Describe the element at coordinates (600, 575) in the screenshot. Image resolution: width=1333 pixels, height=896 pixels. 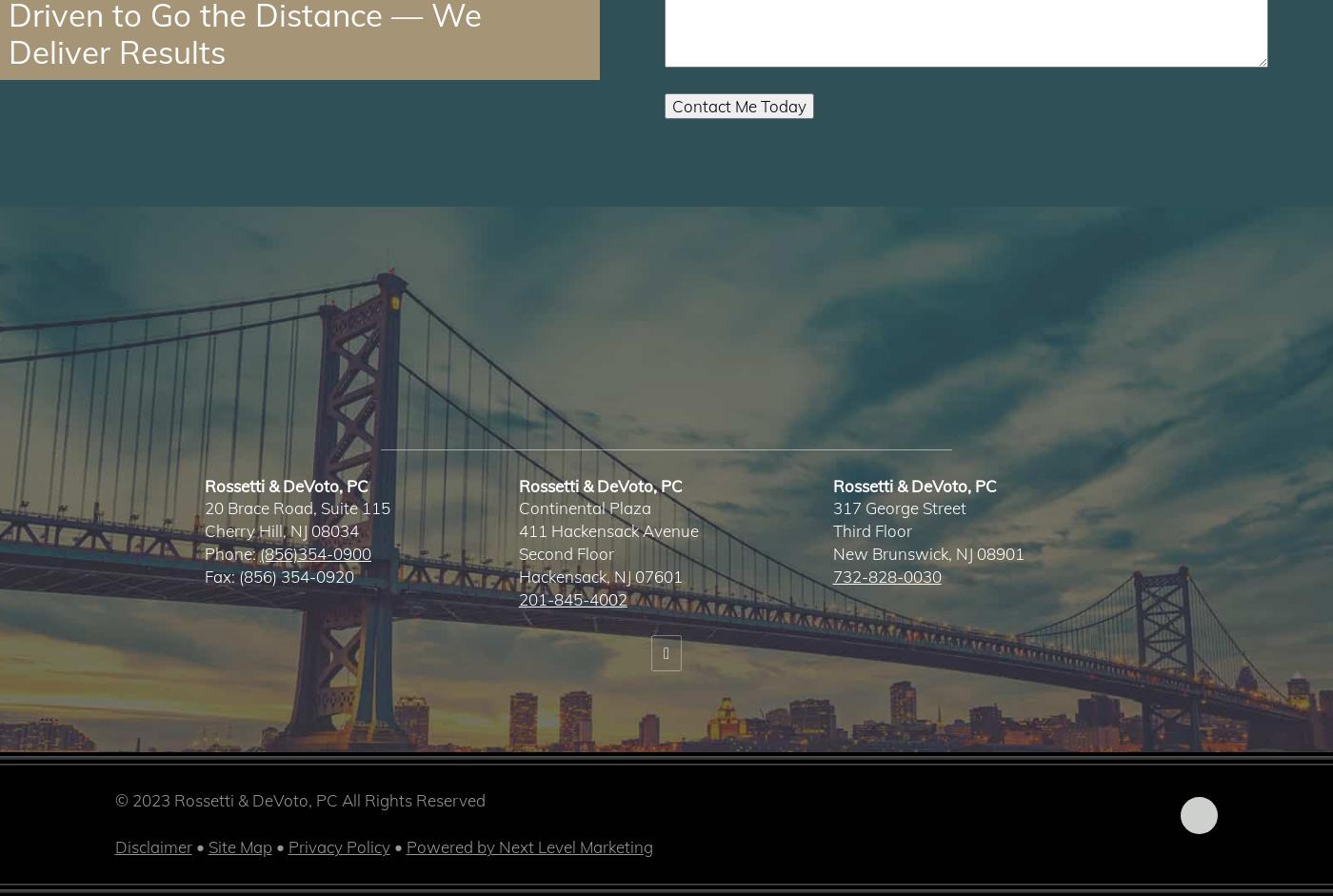
I see `'Hackensack, NJ 07601'` at that location.